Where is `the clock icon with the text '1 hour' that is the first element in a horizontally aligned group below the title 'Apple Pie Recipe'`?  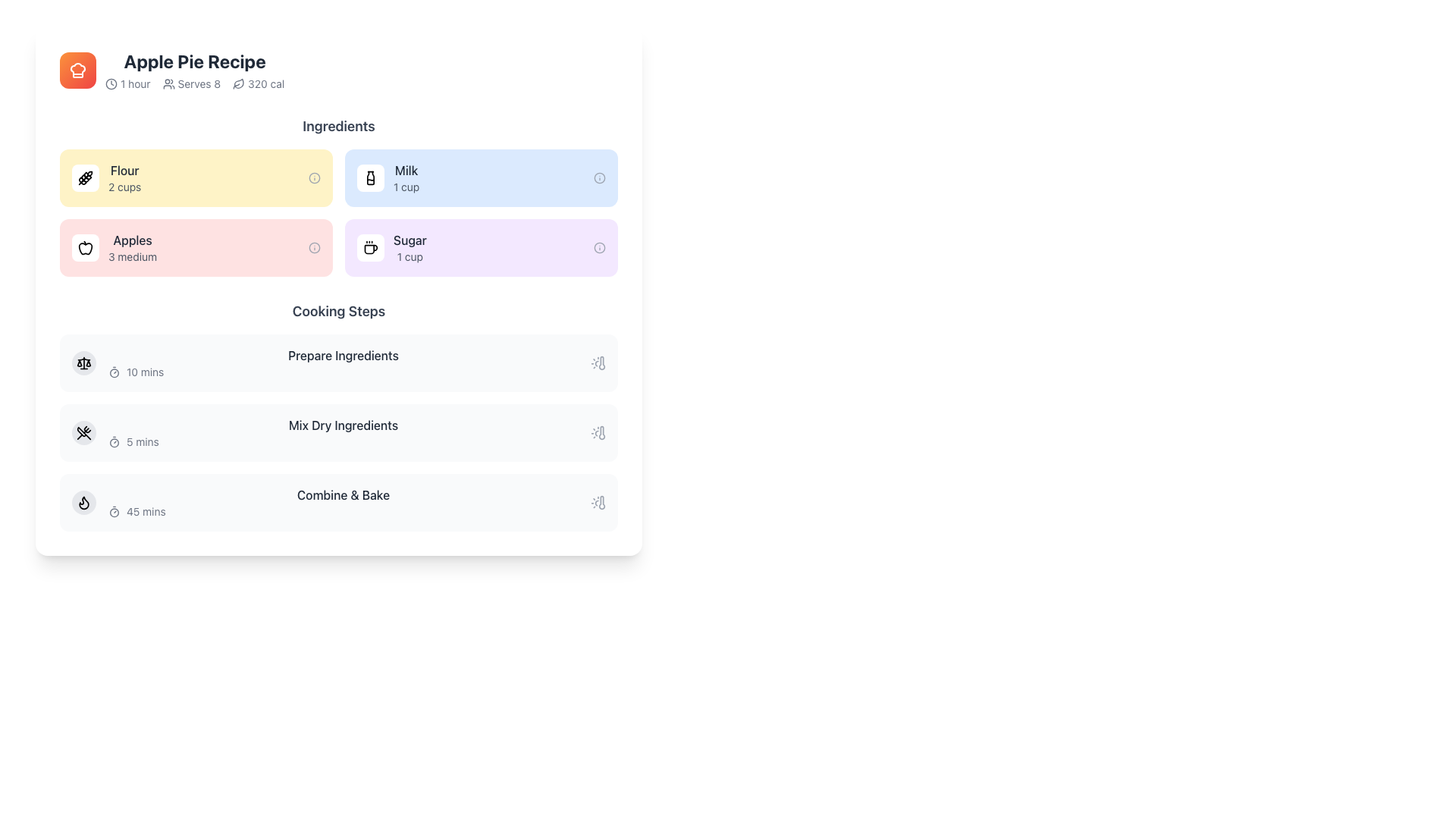
the clock icon with the text '1 hour' that is the first element in a horizontally aligned group below the title 'Apple Pie Recipe' is located at coordinates (127, 84).